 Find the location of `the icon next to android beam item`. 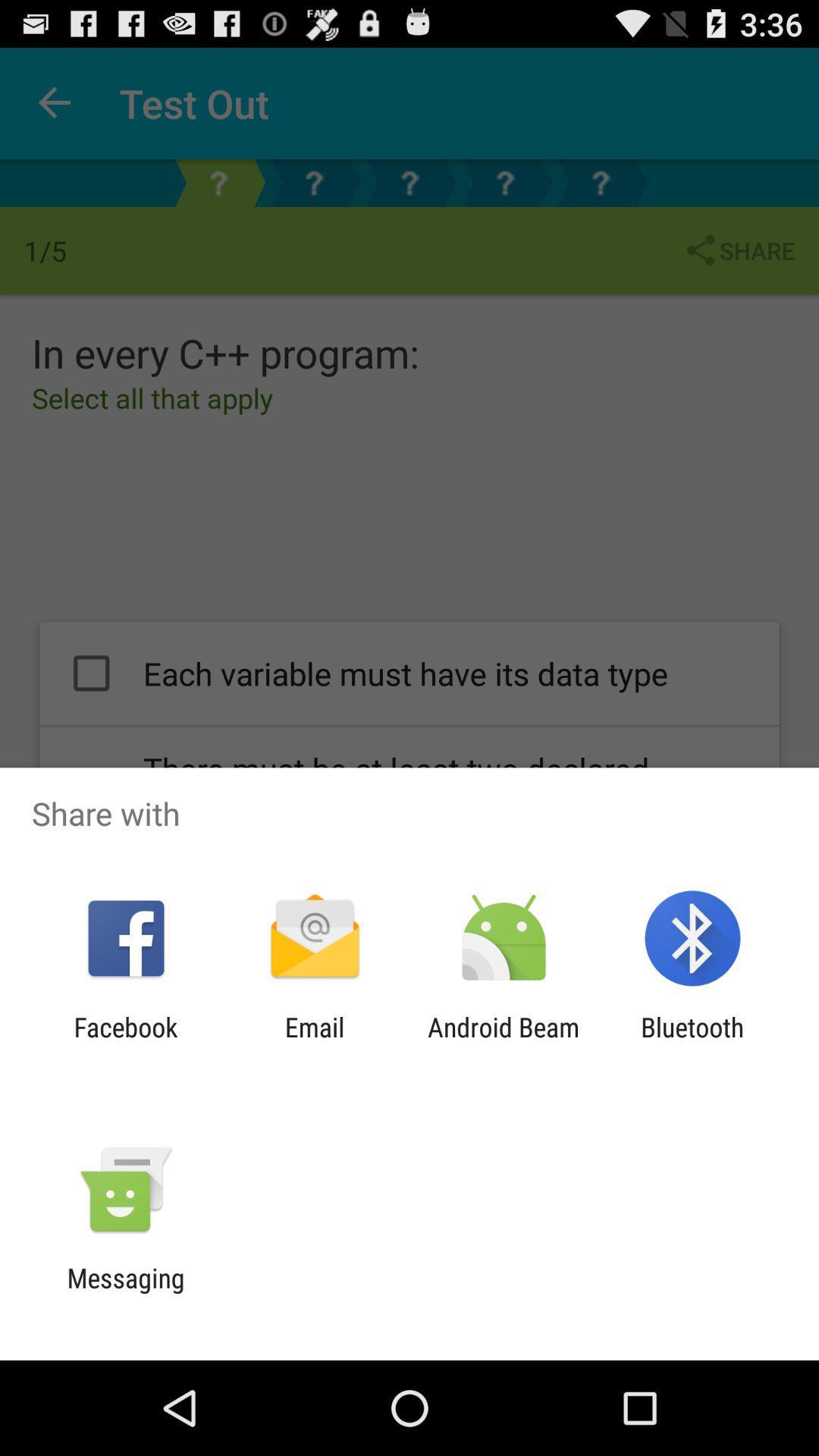

the icon next to android beam item is located at coordinates (692, 1042).